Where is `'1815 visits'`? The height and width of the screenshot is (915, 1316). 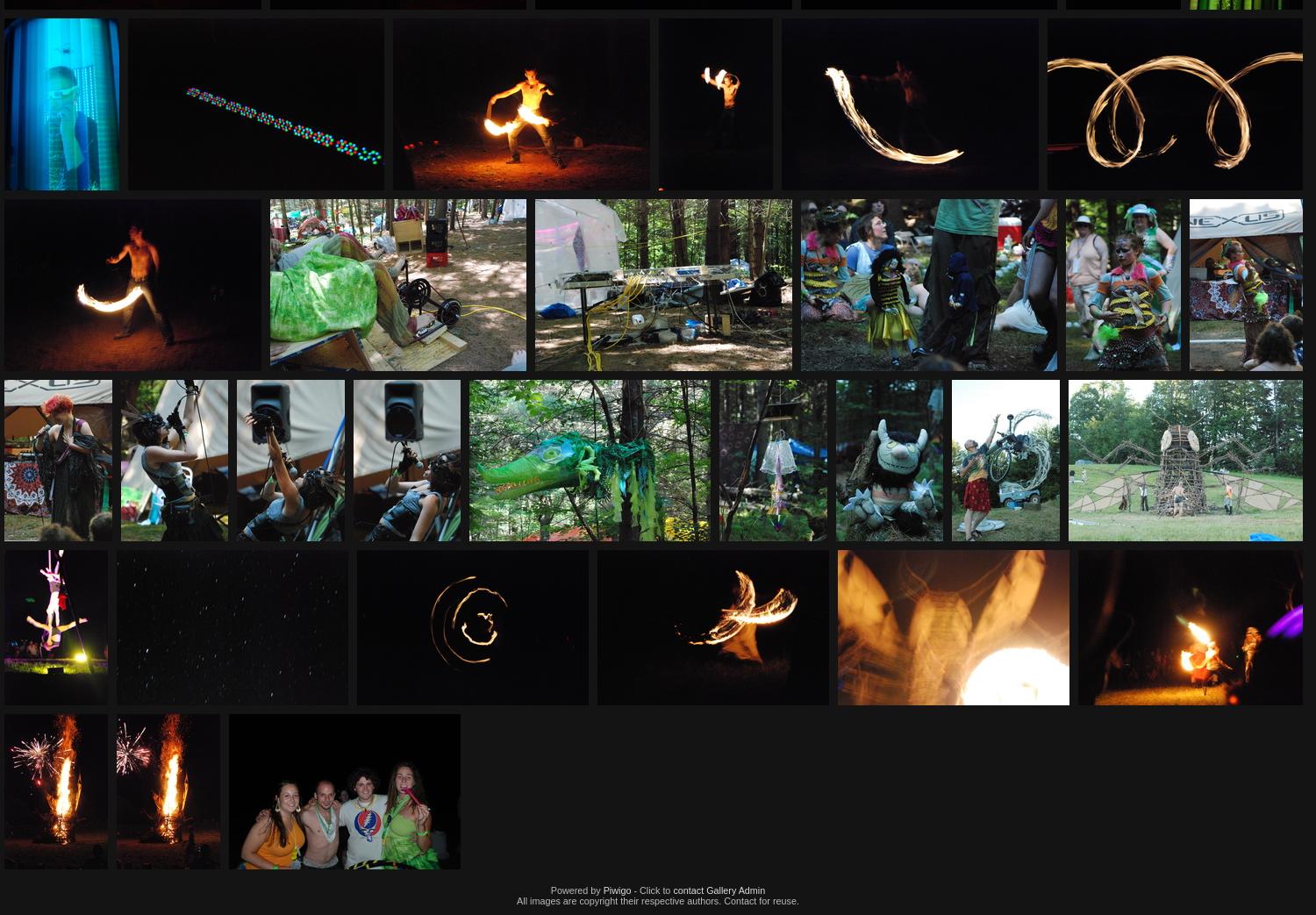
'1815 visits' is located at coordinates (932, 396).